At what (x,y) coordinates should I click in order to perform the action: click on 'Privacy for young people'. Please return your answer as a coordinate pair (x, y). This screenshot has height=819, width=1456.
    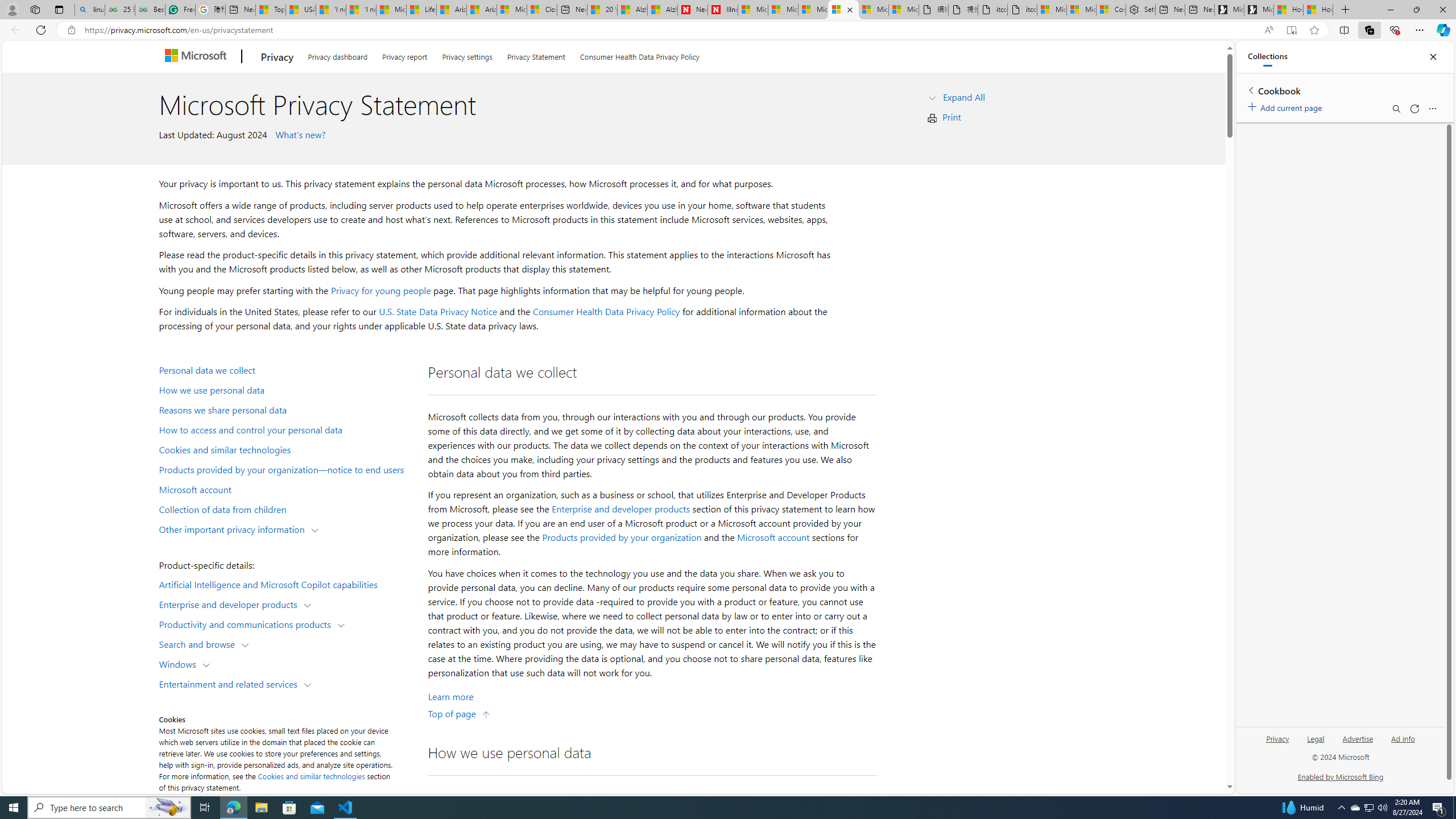
    Looking at the image, I should click on (380, 289).